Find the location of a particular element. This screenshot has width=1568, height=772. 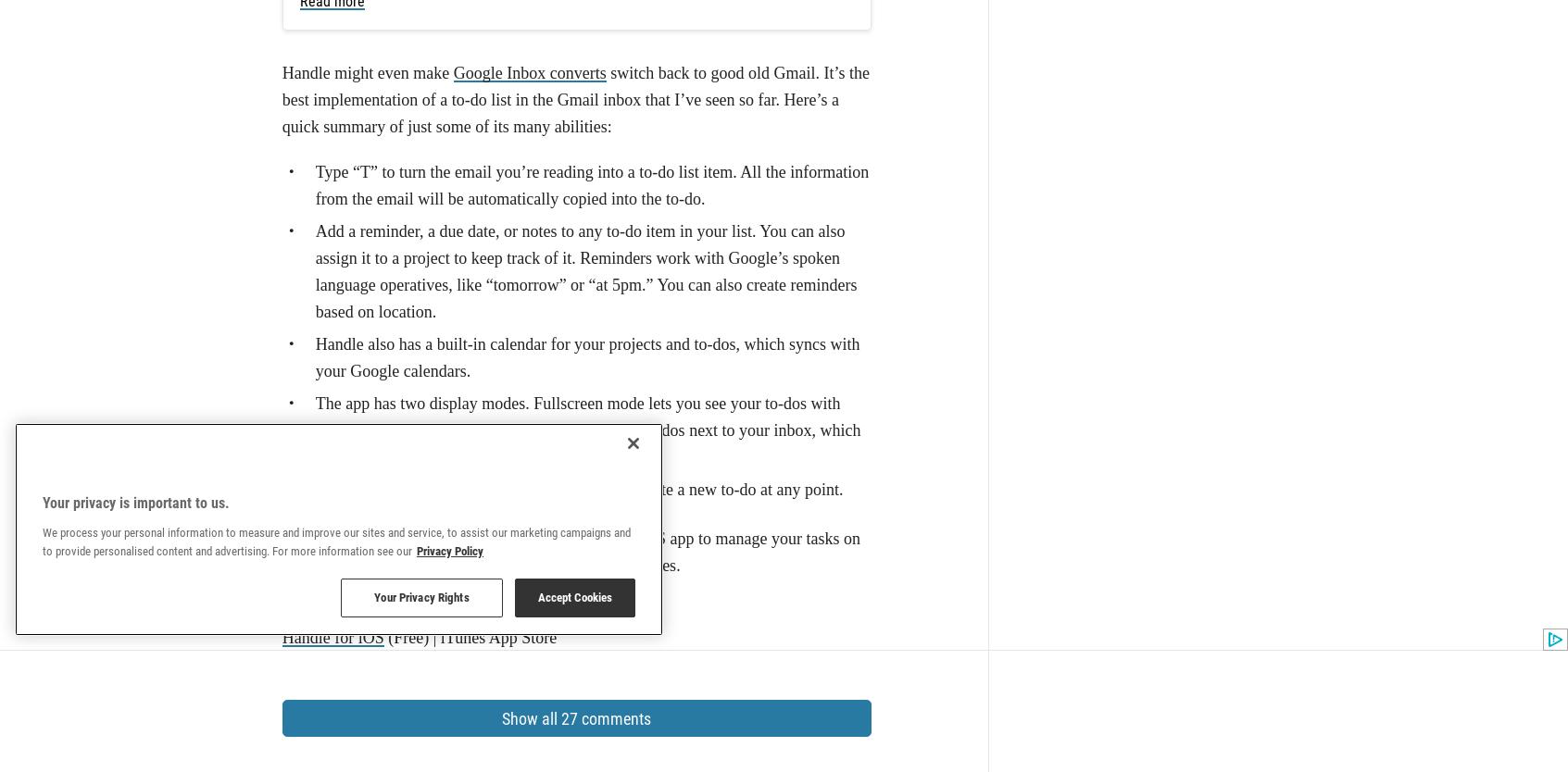

'Handle for Gmail' is located at coordinates (340, 266).